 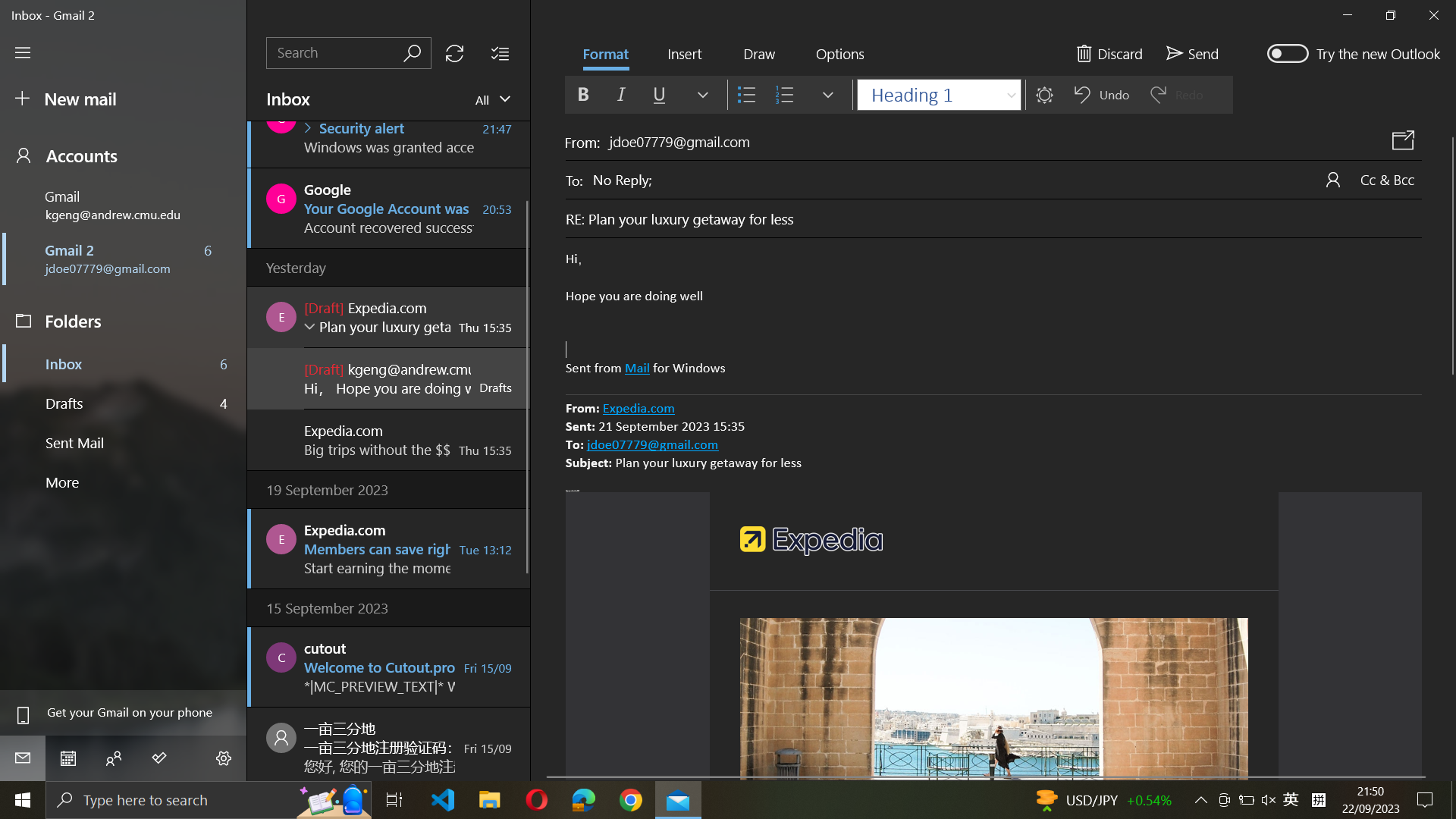 I want to click on View all mails in the inbox, so click(x=494, y=99).